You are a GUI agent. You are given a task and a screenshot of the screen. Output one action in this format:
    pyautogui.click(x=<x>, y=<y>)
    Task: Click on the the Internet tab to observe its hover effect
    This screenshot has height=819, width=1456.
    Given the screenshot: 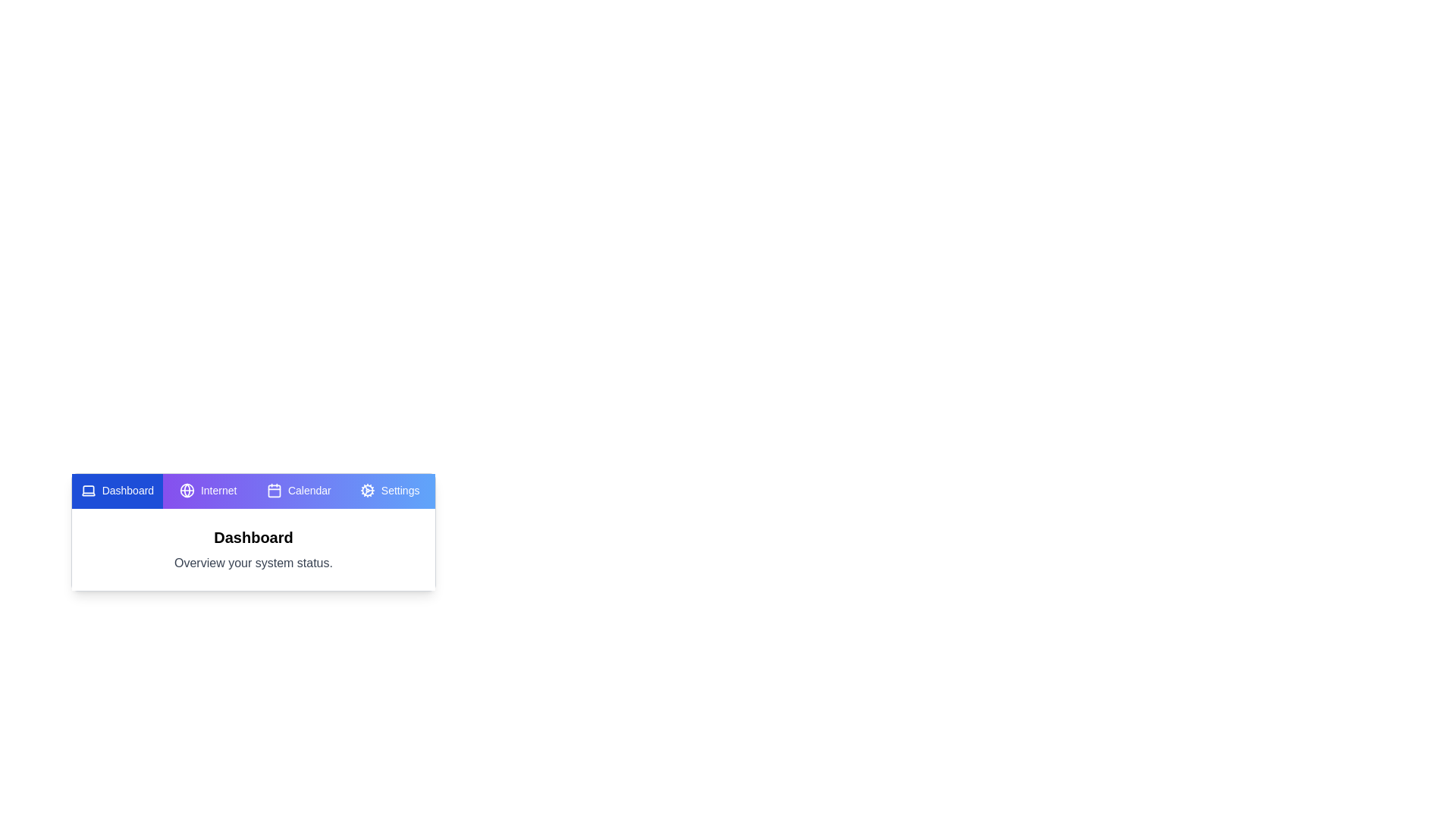 What is the action you would take?
    pyautogui.click(x=207, y=491)
    